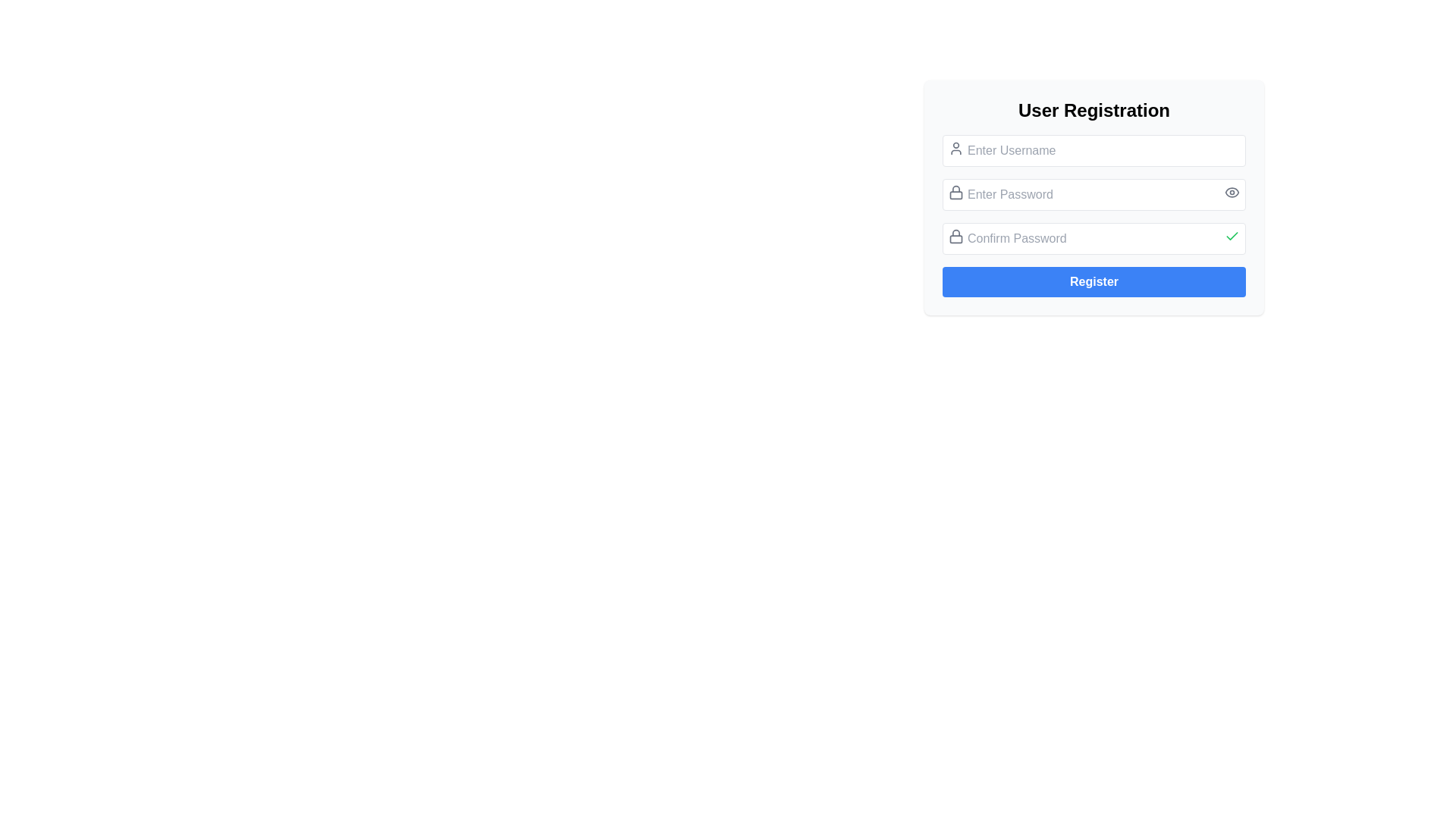 Image resolution: width=1456 pixels, height=819 pixels. I want to click on the visual feedback on the Checkmark Icon, which is an SVG icon with a green stroke color located at the top-right corner of the 'Confirm Password' input field in the User Registration form, so click(1232, 237).